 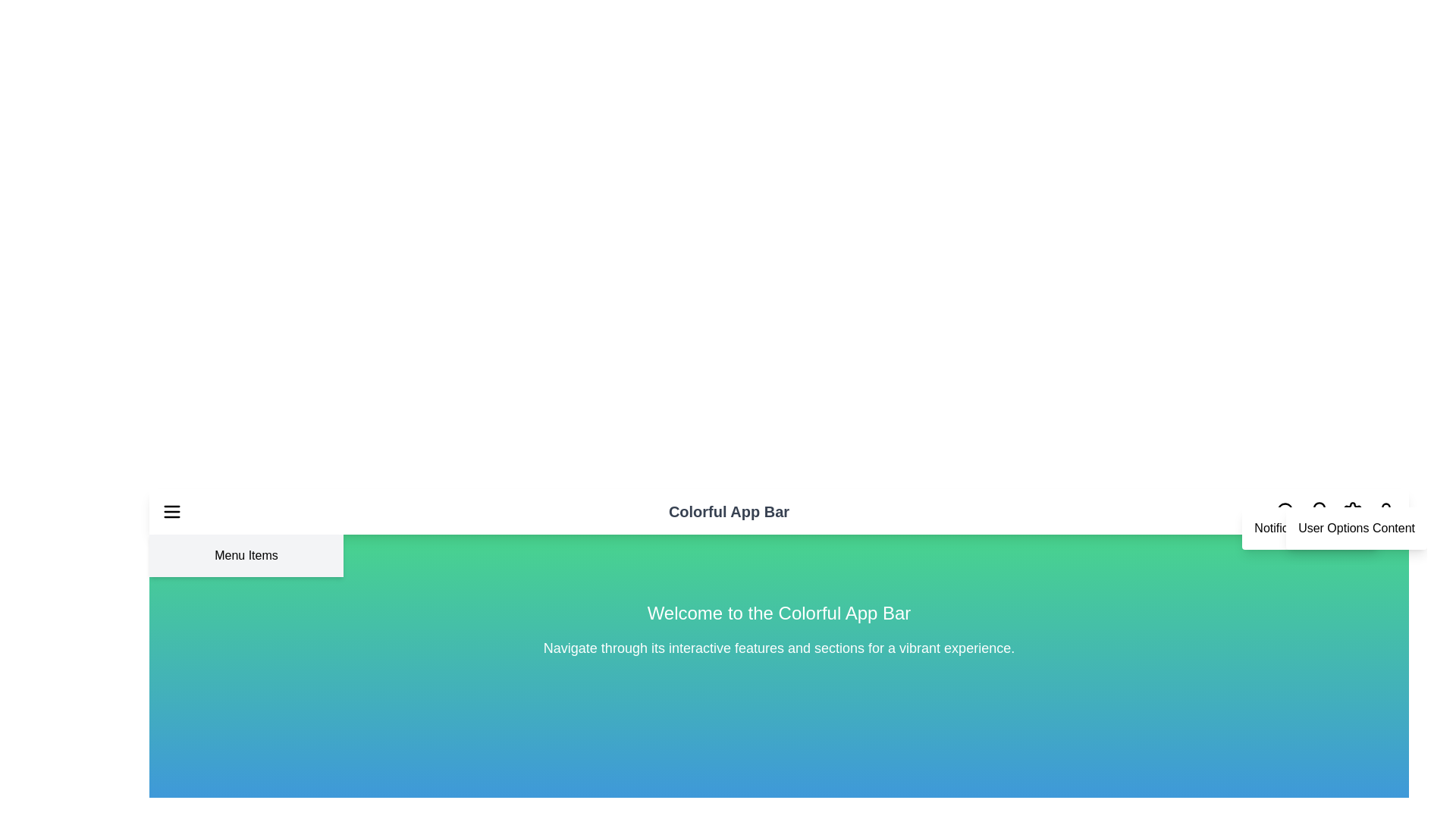 What do you see at coordinates (729, 512) in the screenshot?
I see `the header text labeled 'Colorful App Bar'` at bounding box center [729, 512].